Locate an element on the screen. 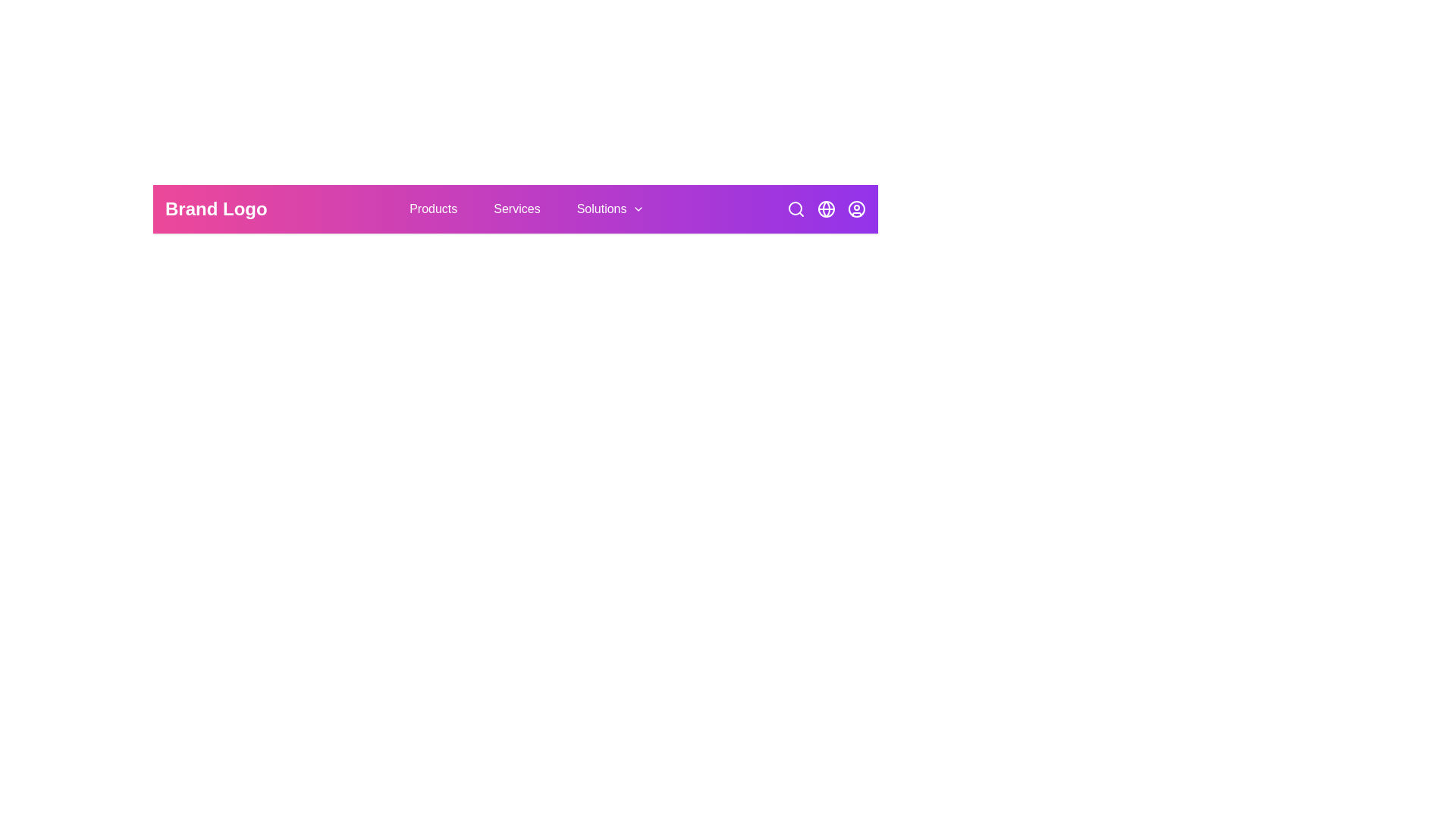 This screenshot has width=1456, height=819. the navigation button labeled Services is located at coordinates (516, 209).